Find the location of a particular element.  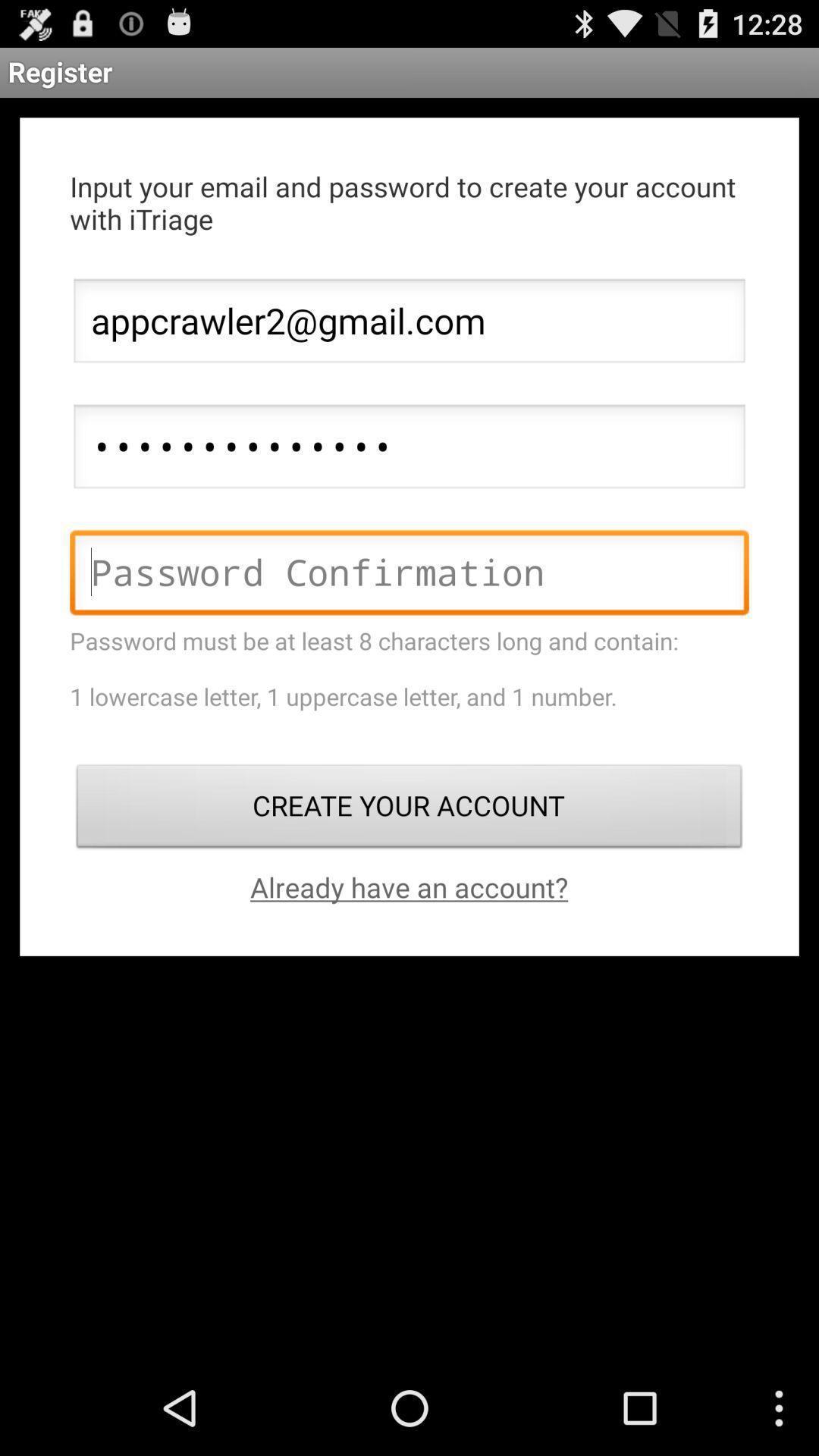

input password field is located at coordinates (409, 576).